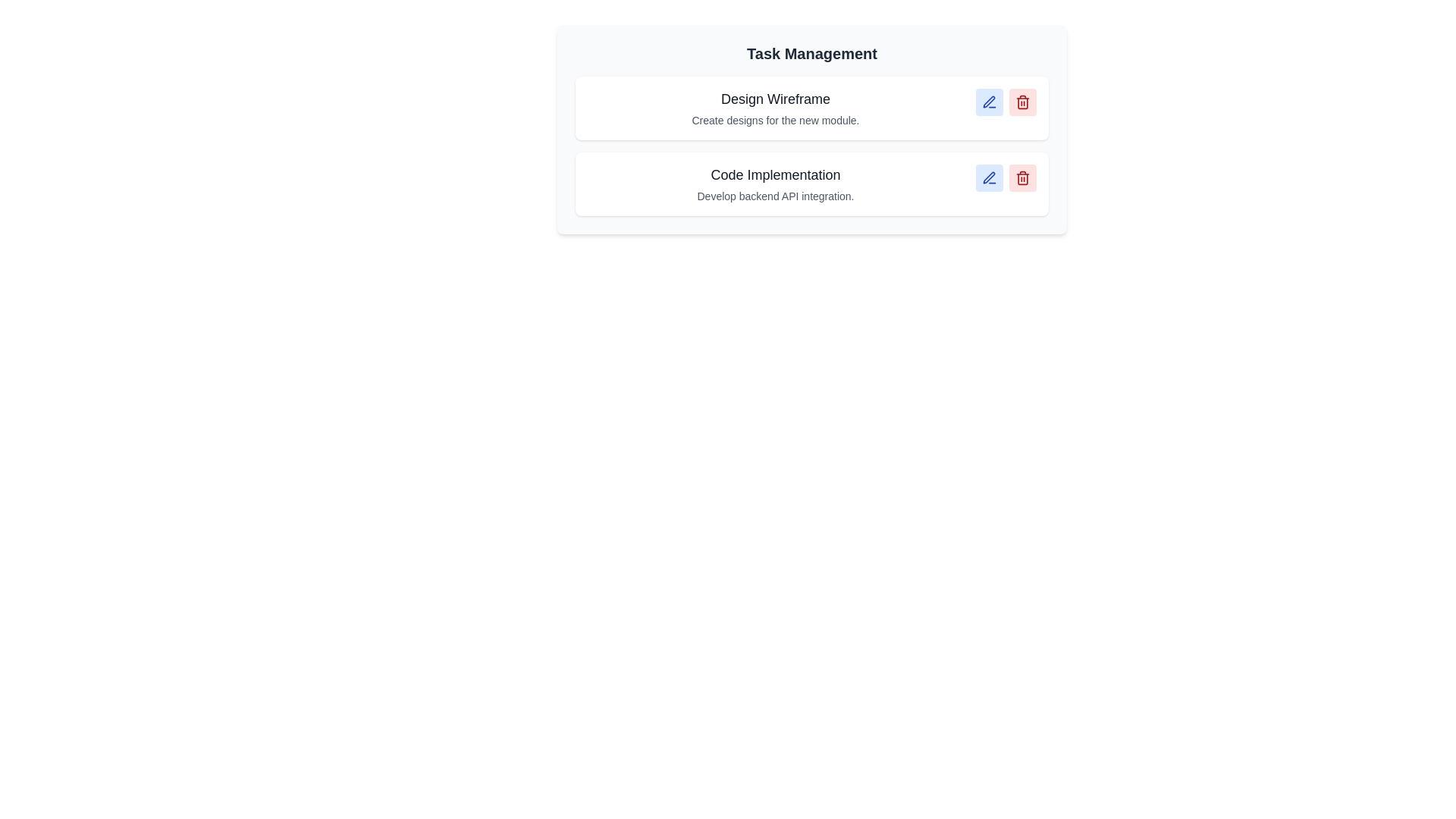  What do you see at coordinates (990, 102) in the screenshot?
I see `edit button for the task with title Design Wireframe` at bounding box center [990, 102].